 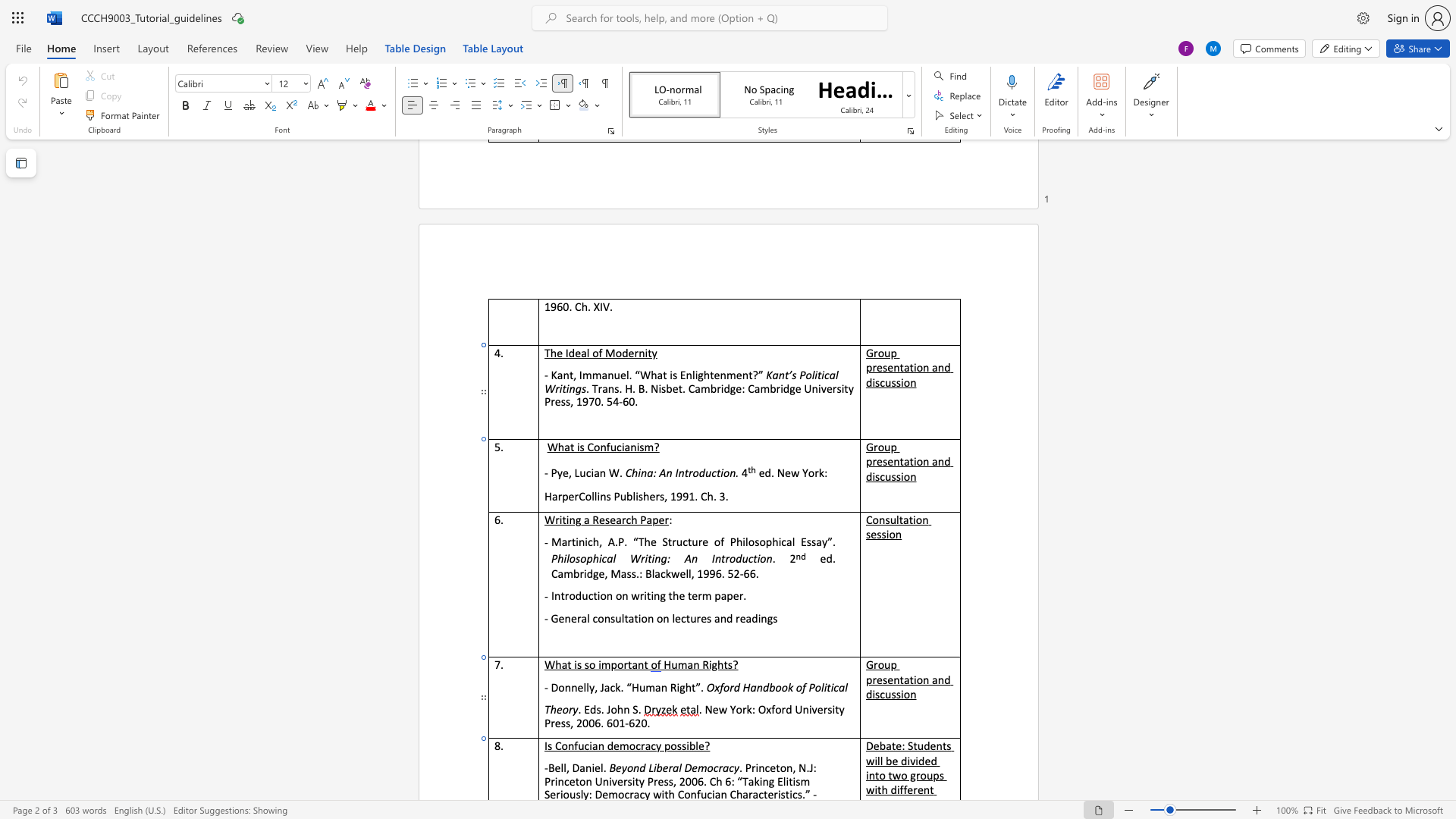 What do you see at coordinates (619, 446) in the screenshot?
I see `the 1th character "c" in the text` at bounding box center [619, 446].